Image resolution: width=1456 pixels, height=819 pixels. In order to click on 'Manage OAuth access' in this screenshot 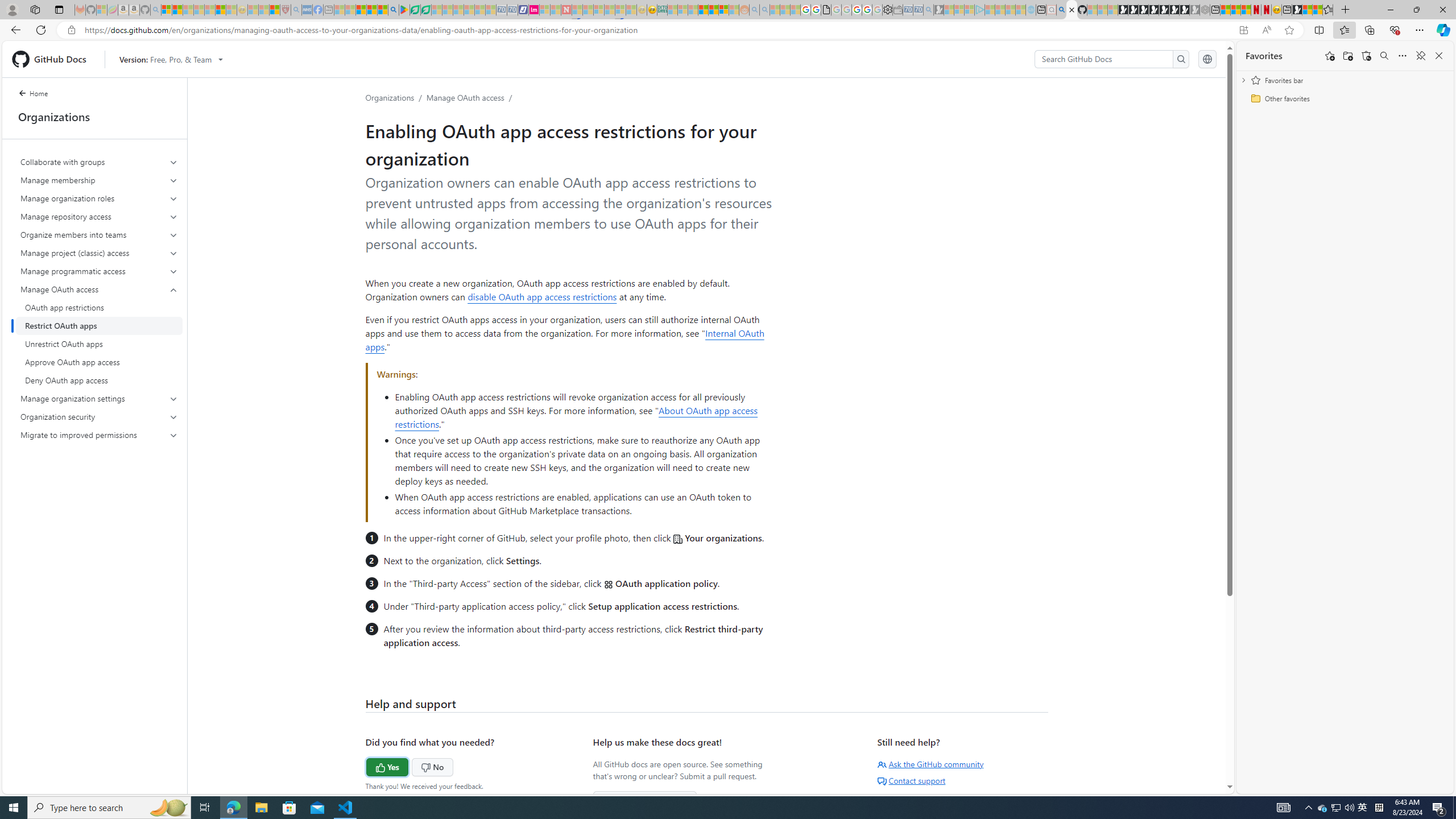, I will do `click(464, 97)`.